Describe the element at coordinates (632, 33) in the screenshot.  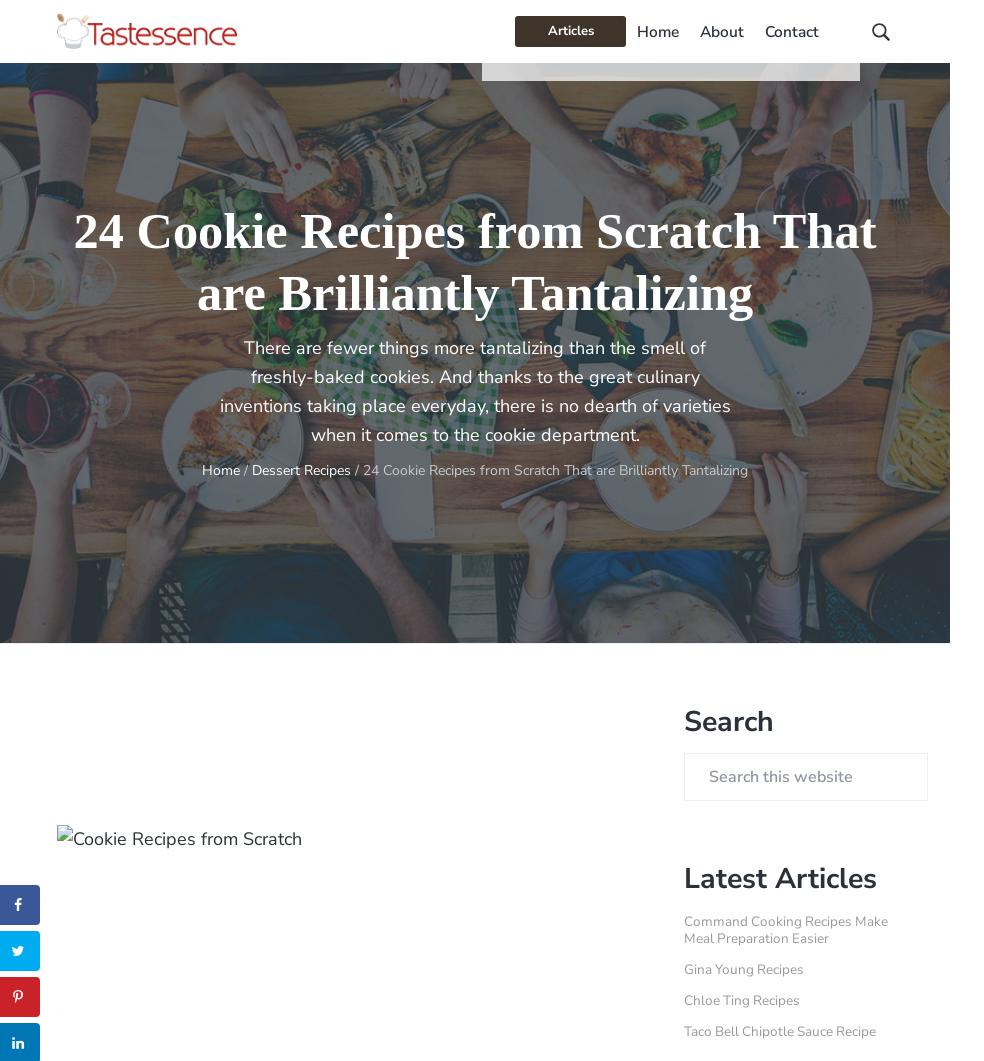
I see `'About'` at that location.